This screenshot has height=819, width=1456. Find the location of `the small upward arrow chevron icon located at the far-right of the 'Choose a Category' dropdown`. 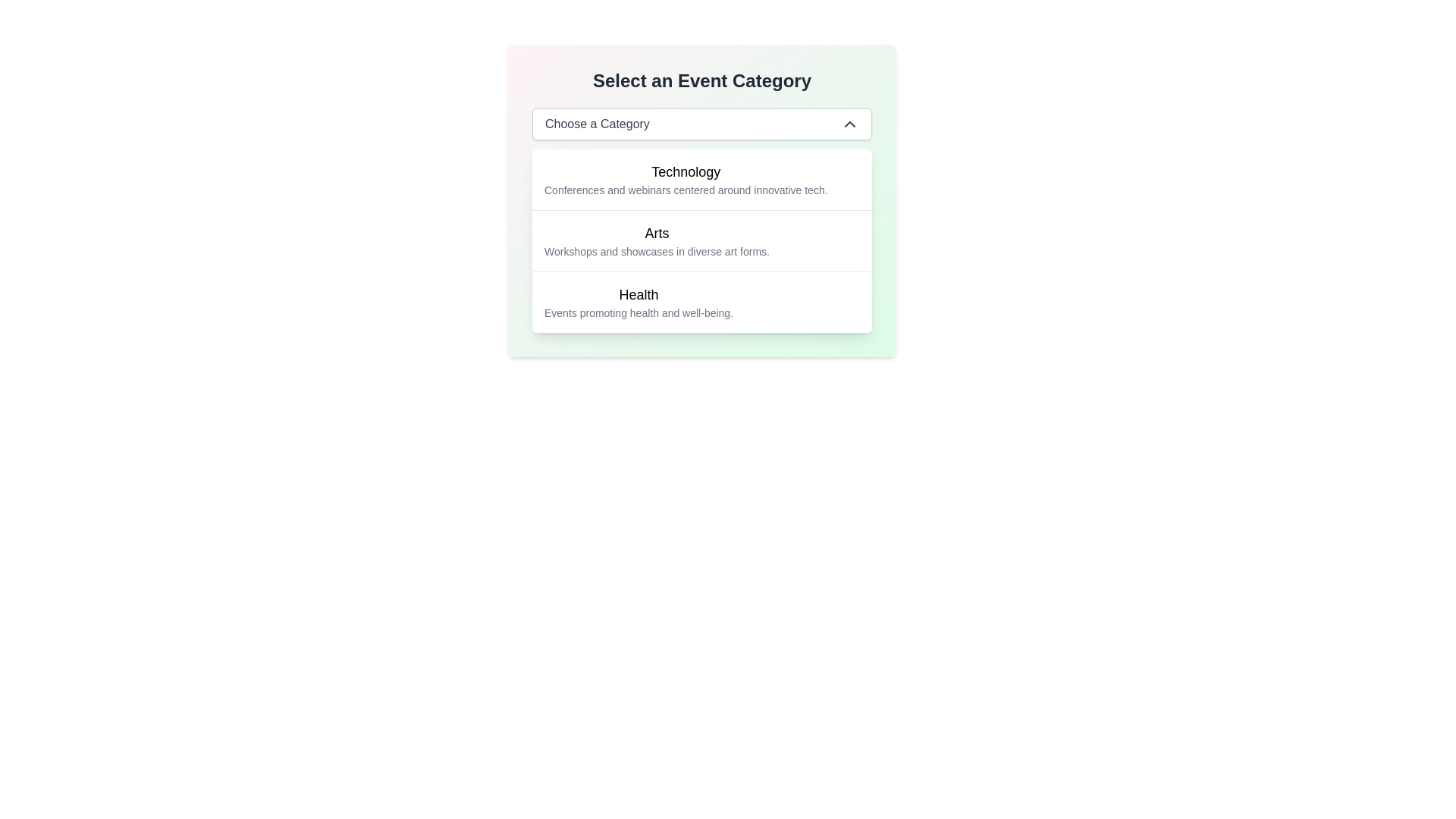

the small upward arrow chevron icon located at the far-right of the 'Choose a Category' dropdown is located at coordinates (850, 124).